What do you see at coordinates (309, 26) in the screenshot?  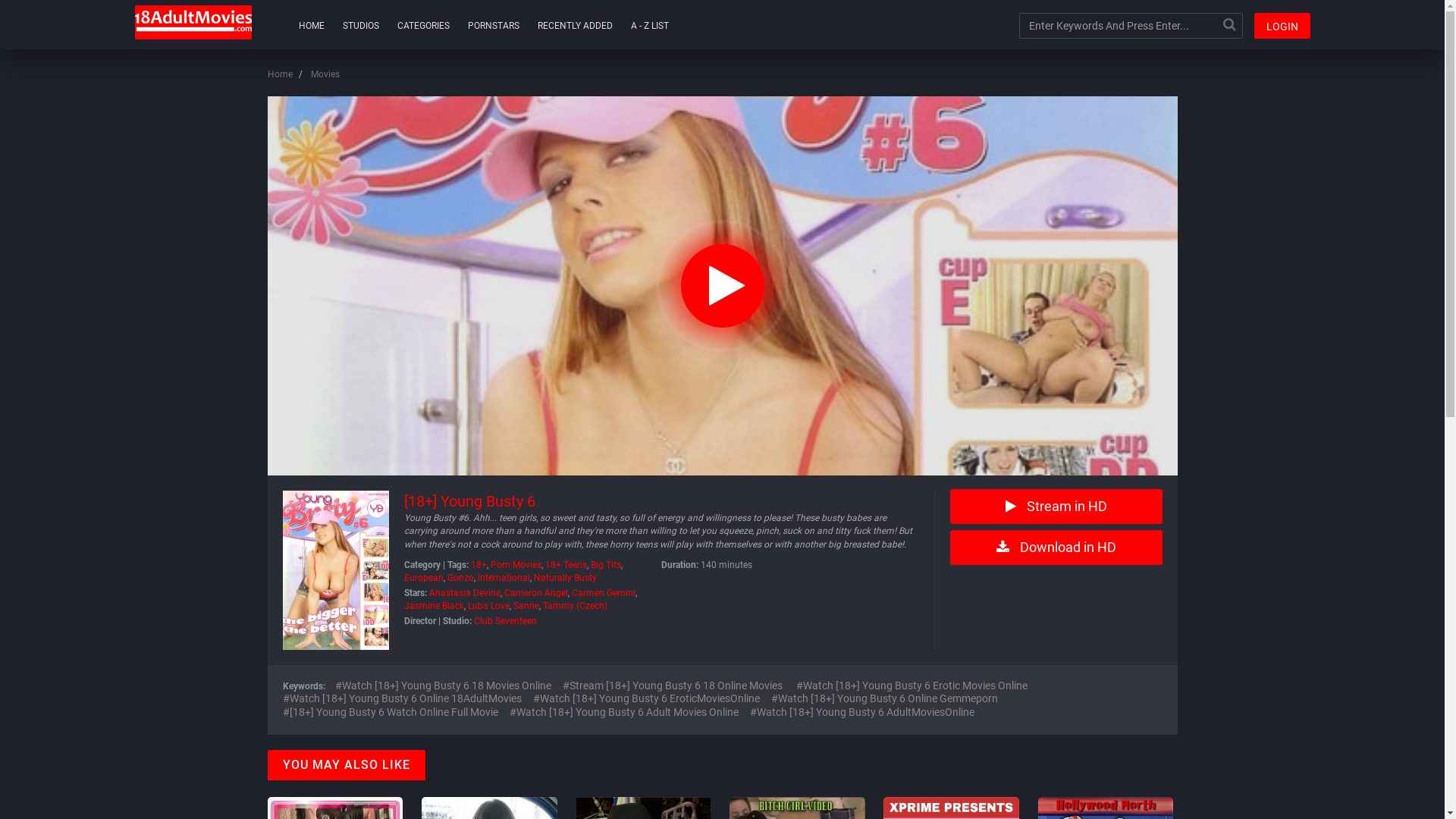 I see `'HOME'` at bounding box center [309, 26].